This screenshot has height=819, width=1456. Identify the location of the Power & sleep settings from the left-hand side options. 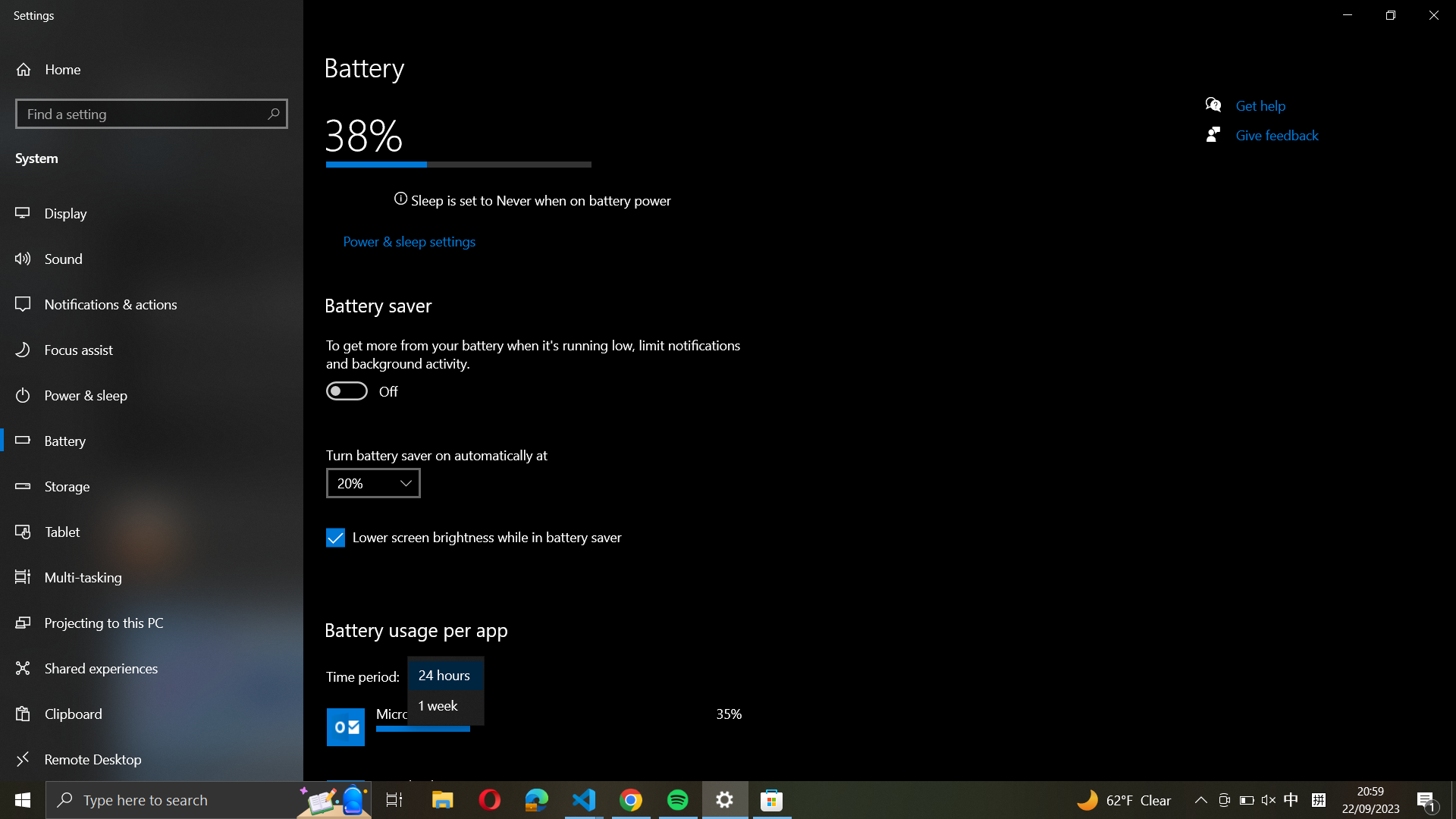
(407, 242).